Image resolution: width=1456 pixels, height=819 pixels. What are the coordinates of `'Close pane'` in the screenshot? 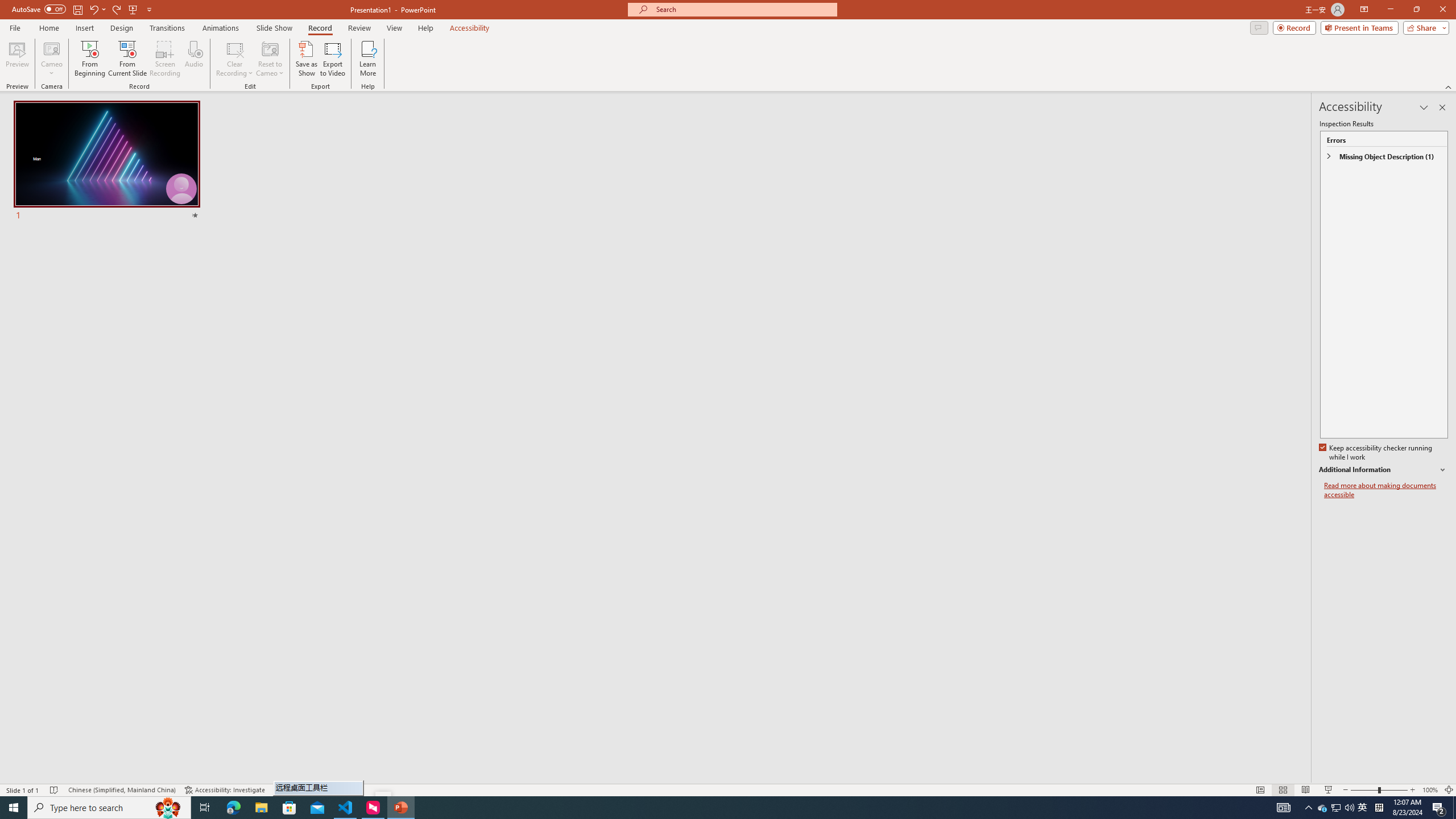 It's located at (1442, 107).